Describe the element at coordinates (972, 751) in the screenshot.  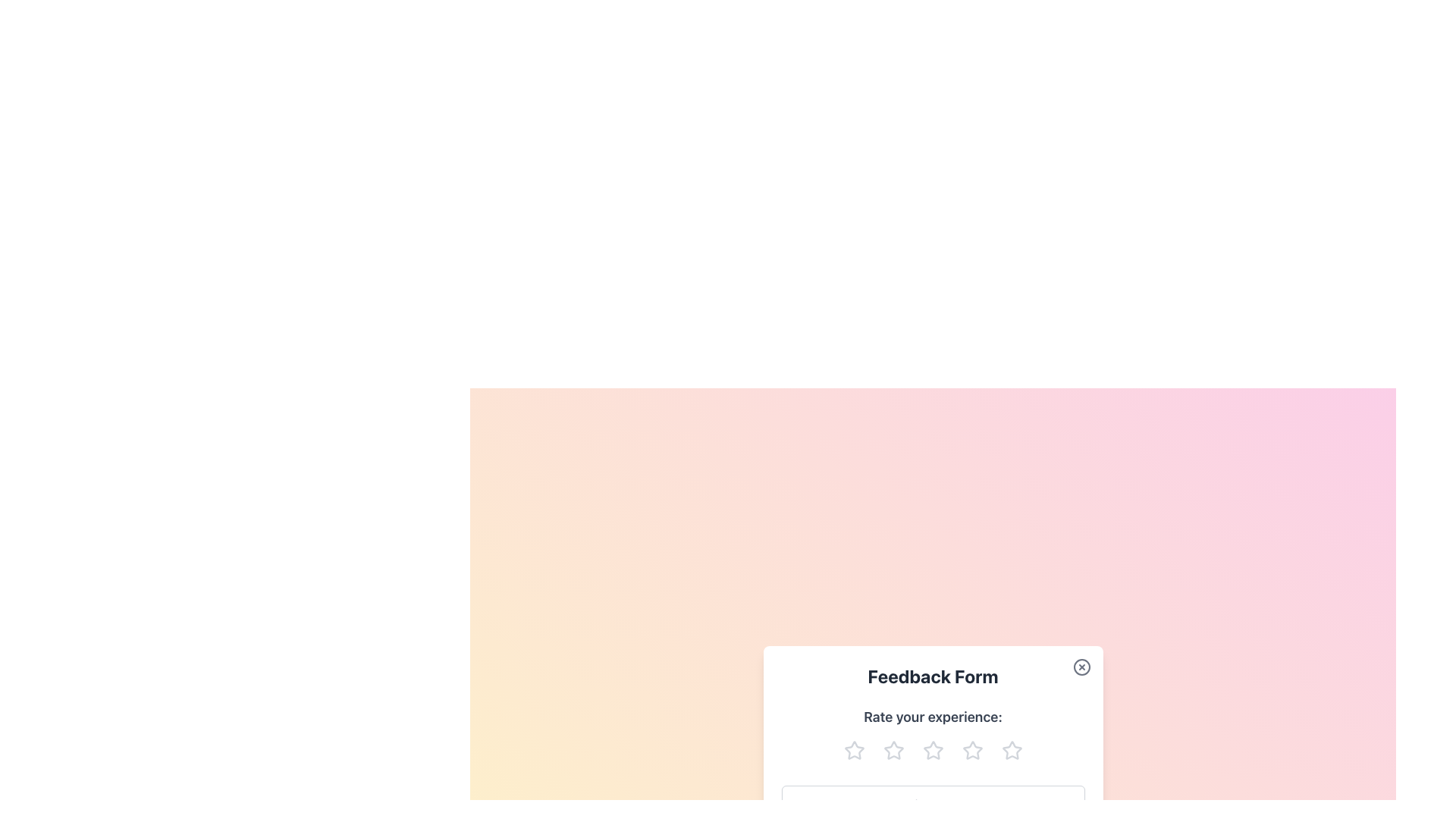
I see `the fifth Graphical Star Icon` at that location.